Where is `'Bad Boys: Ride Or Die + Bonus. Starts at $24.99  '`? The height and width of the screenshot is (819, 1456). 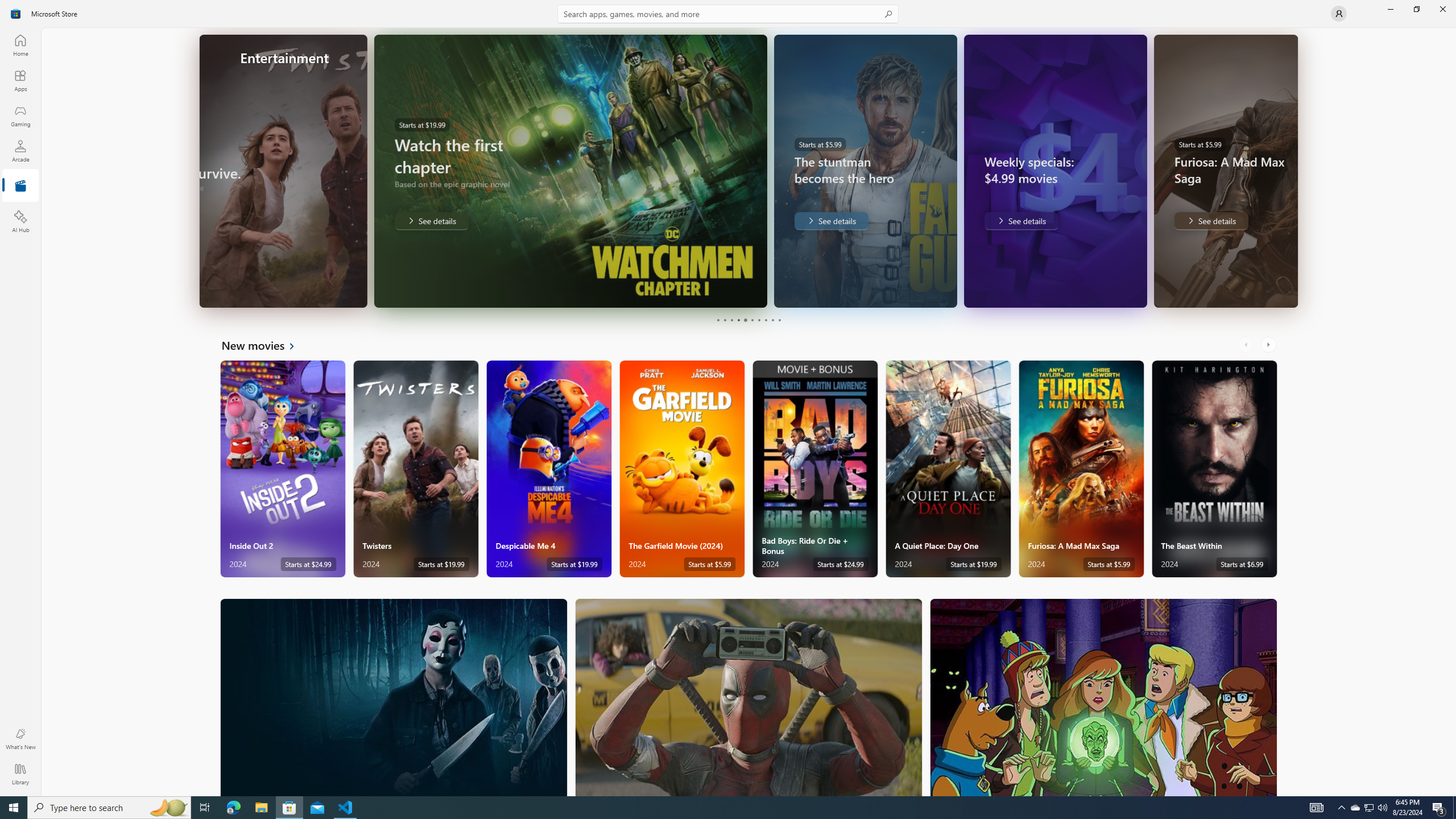 'Bad Boys: Ride Or Die + Bonus. Starts at $24.99  ' is located at coordinates (814, 469).